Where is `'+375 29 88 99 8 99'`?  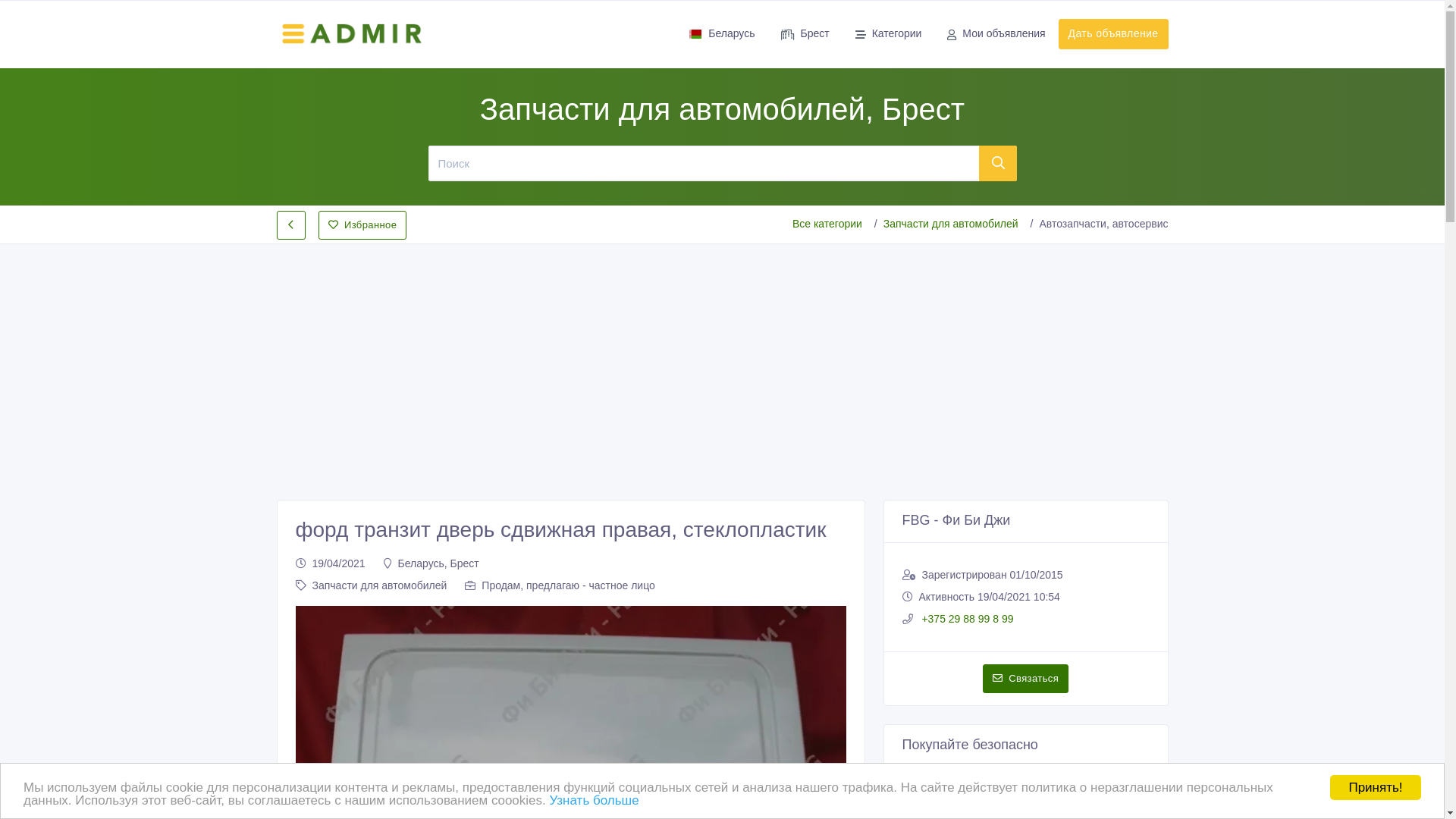
'+375 29 88 99 8 99' is located at coordinates (965, 619).